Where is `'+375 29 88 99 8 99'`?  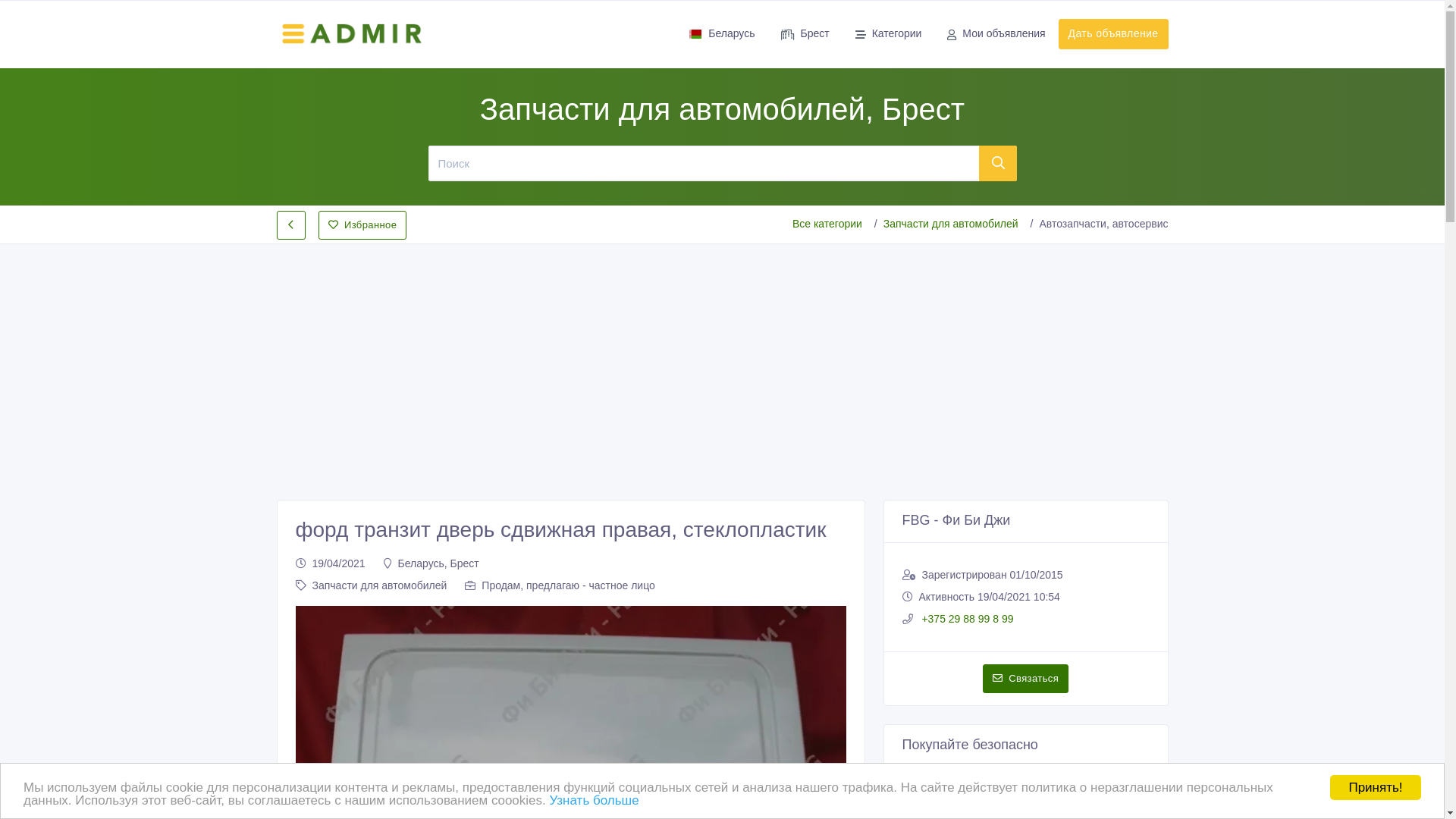
'+375 29 88 99 8 99' is located at coordinates (965, 619).